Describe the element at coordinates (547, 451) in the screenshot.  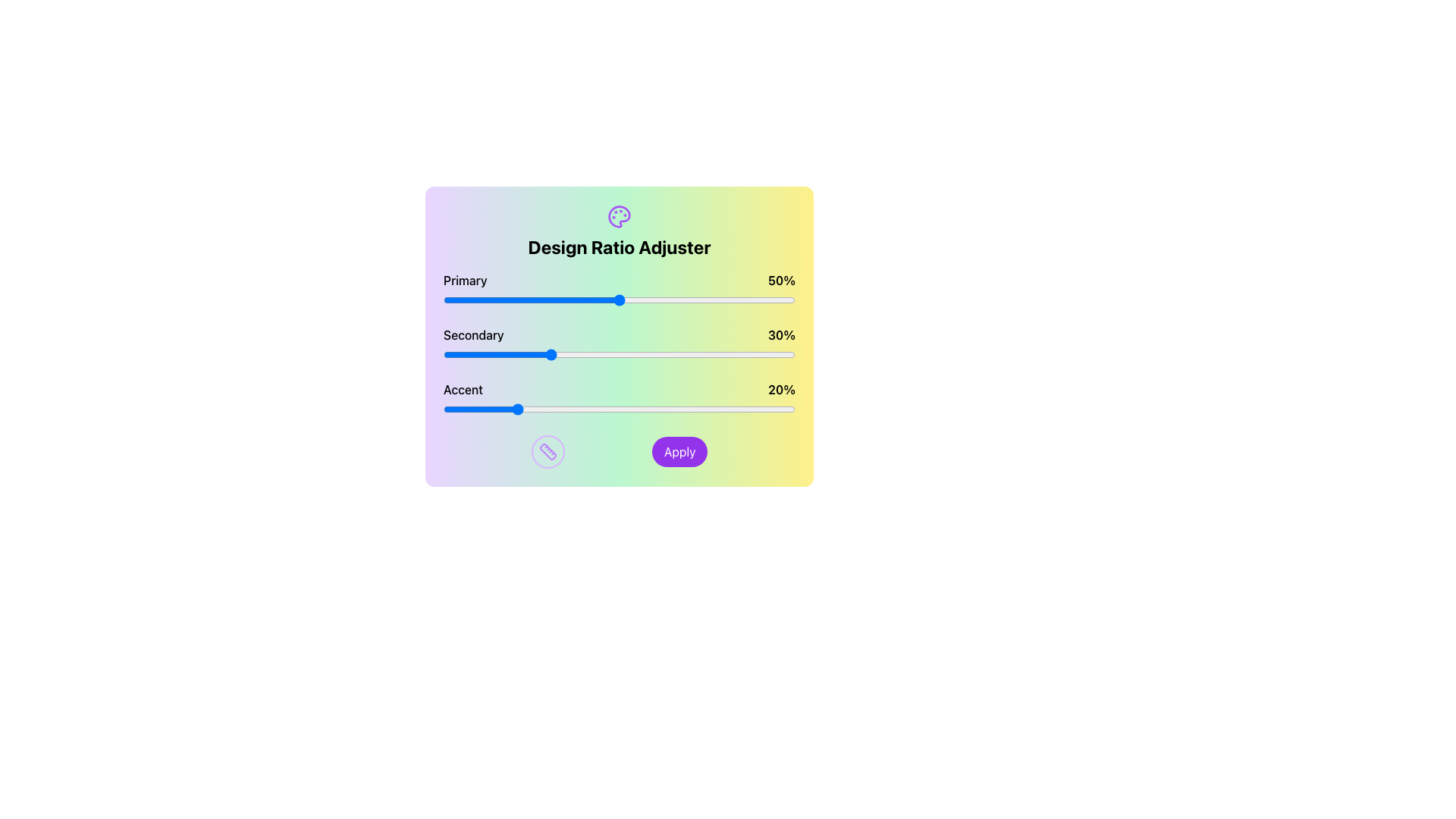
I see `the measurement tool icon, which is part of a graphical icon resembling a ruler, located beneath the color sliders and to the left of the 'Apply' button` at that location.